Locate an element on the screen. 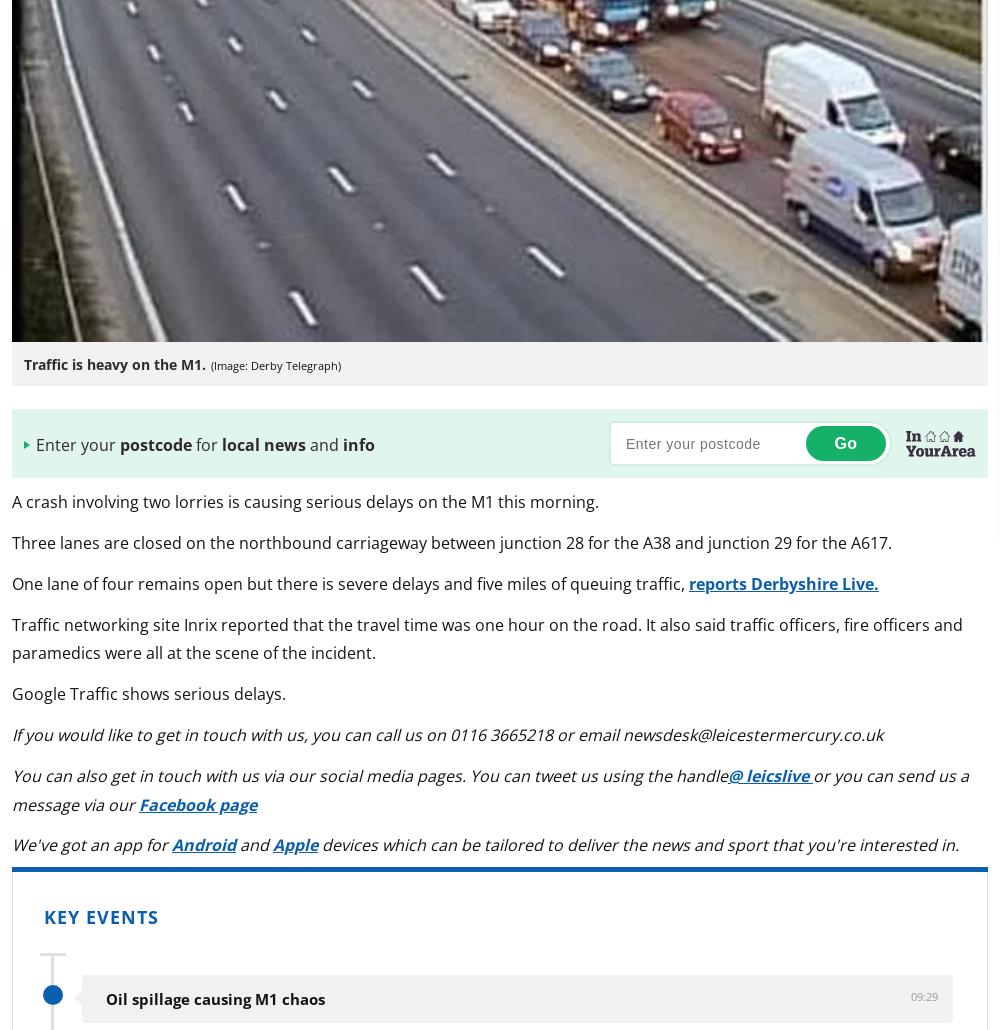  '(Image: Derby Telegraph)' is located at coordinates (274, 364).